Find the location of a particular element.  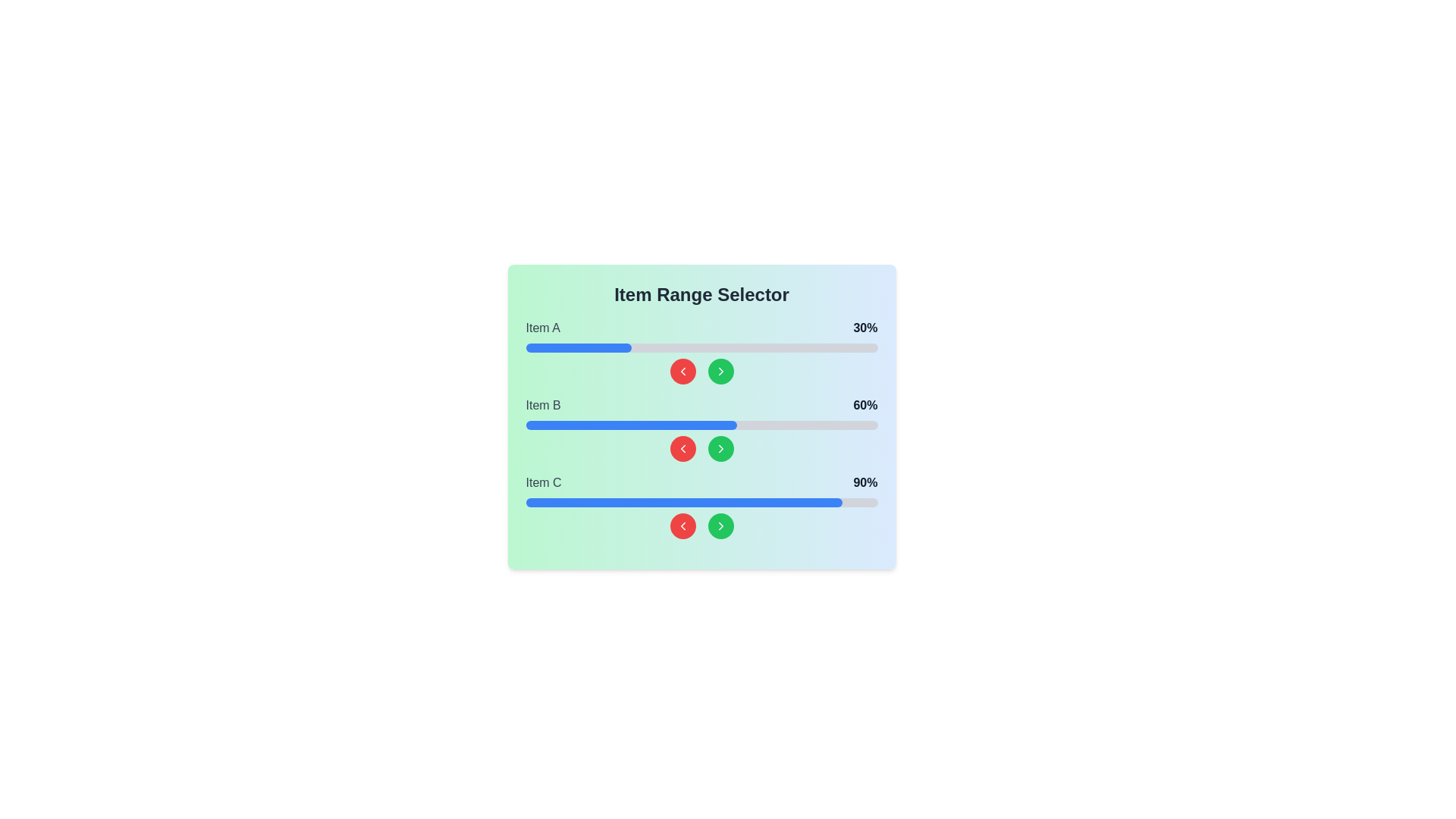

the value of Item C slider is located at coordinates (751, 503).